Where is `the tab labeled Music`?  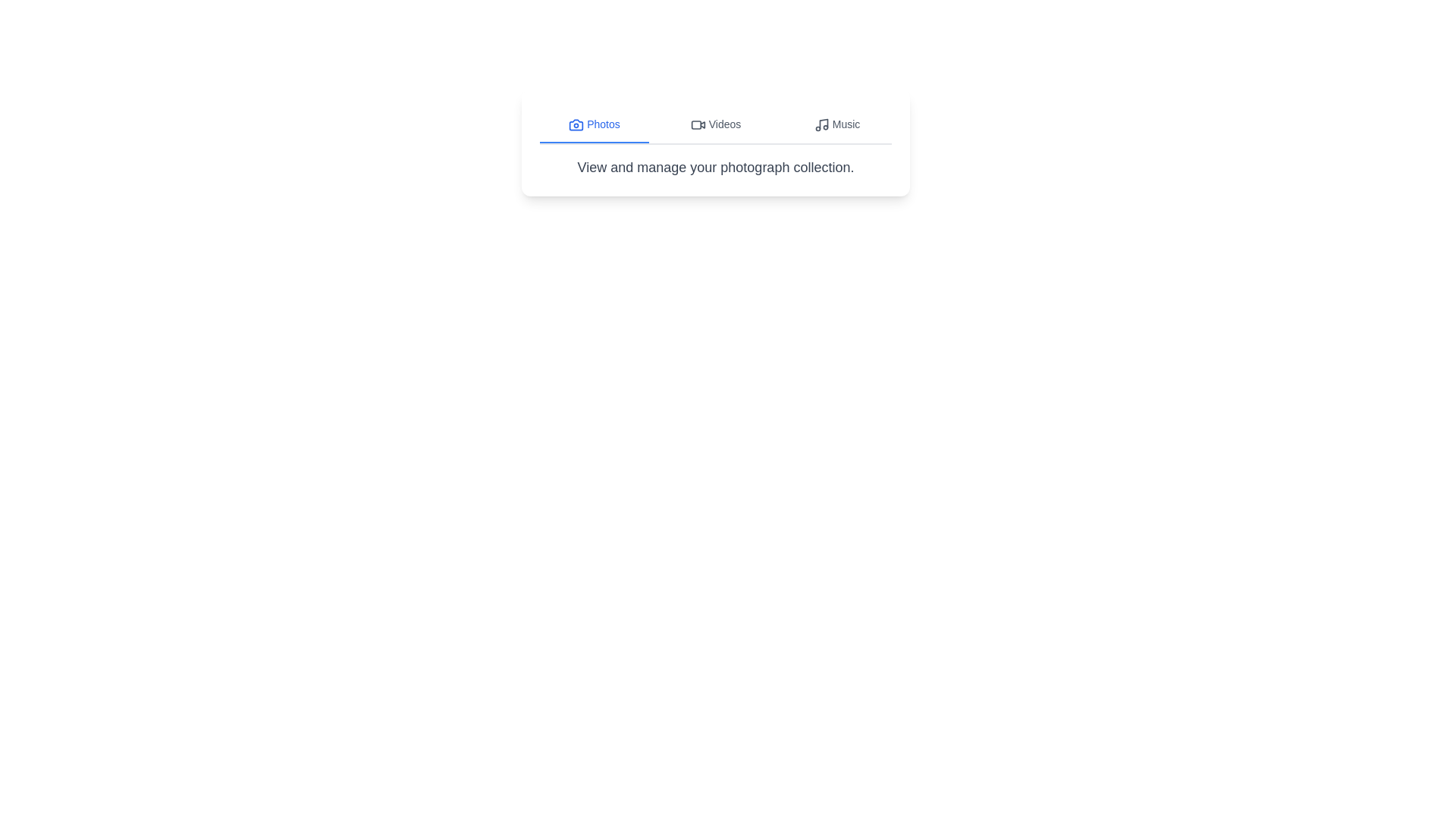 the tab labeled Music is located at coordinates (836, 124).